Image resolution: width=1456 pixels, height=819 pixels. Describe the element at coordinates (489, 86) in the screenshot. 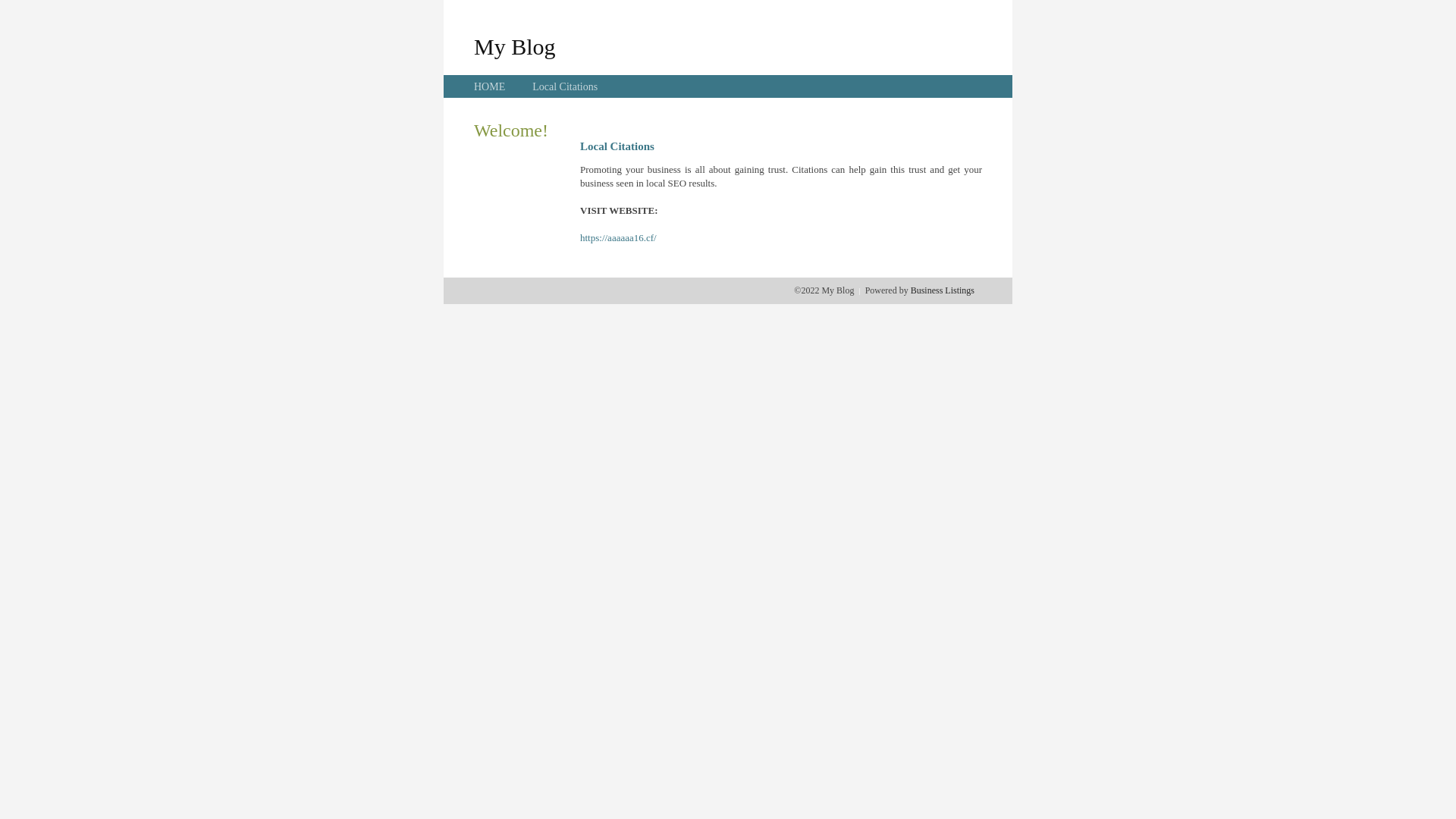

I see `'HOME'` at that location.